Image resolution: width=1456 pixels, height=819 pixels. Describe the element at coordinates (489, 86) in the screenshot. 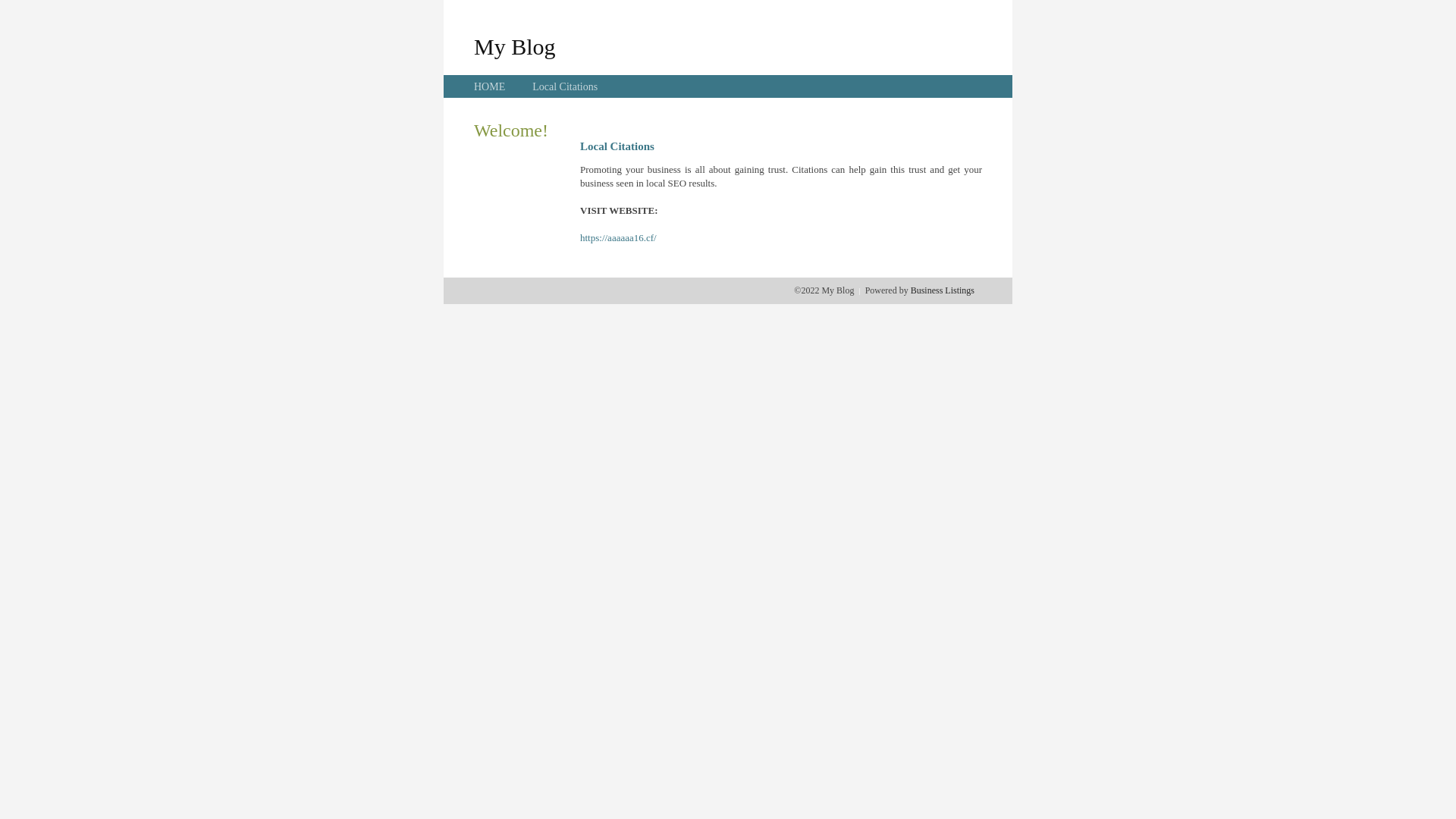

I see `'HOME'` at that location.